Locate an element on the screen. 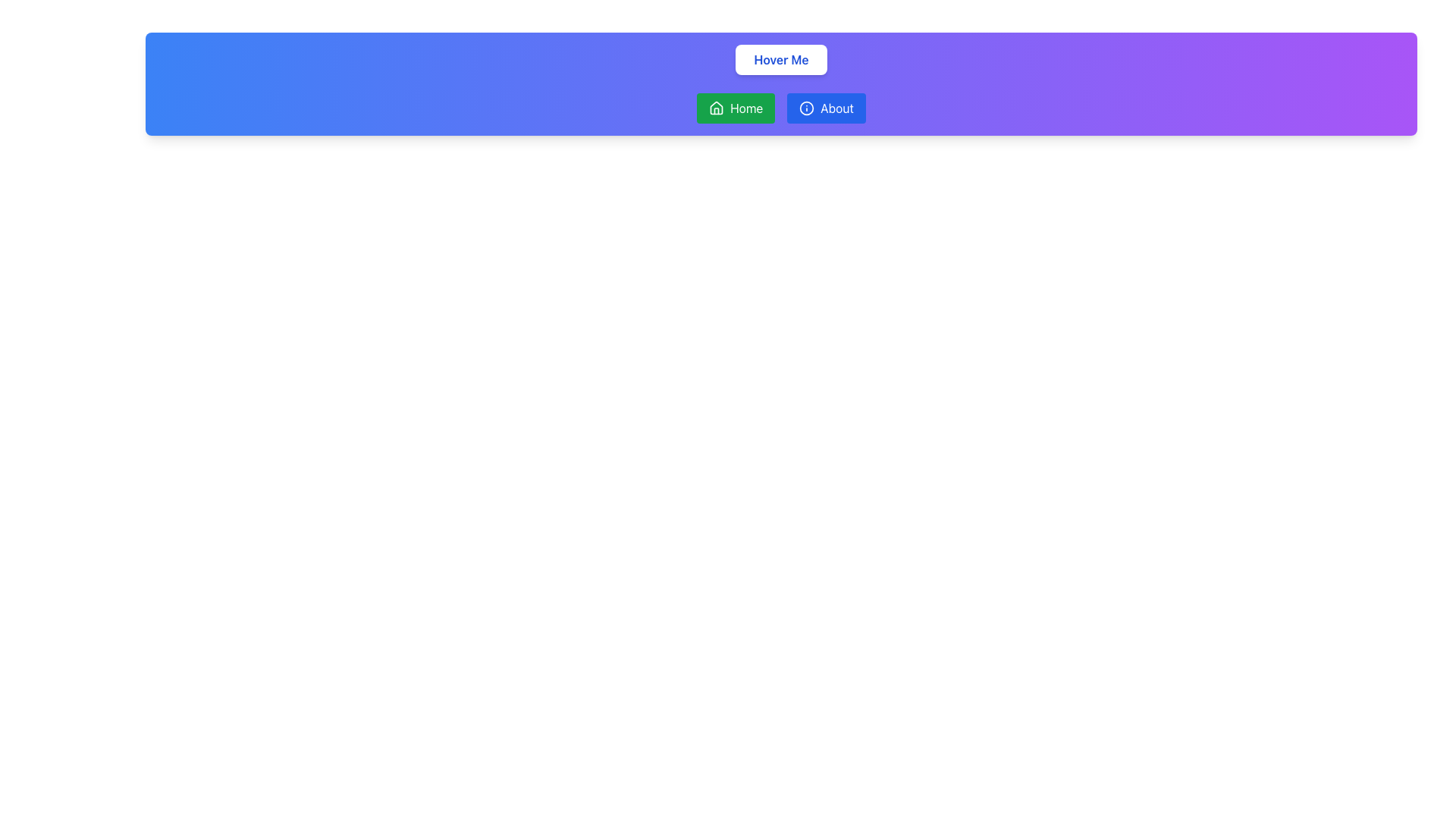  the green 'Home' button with a white house icon is located at coordinates (736, 107).